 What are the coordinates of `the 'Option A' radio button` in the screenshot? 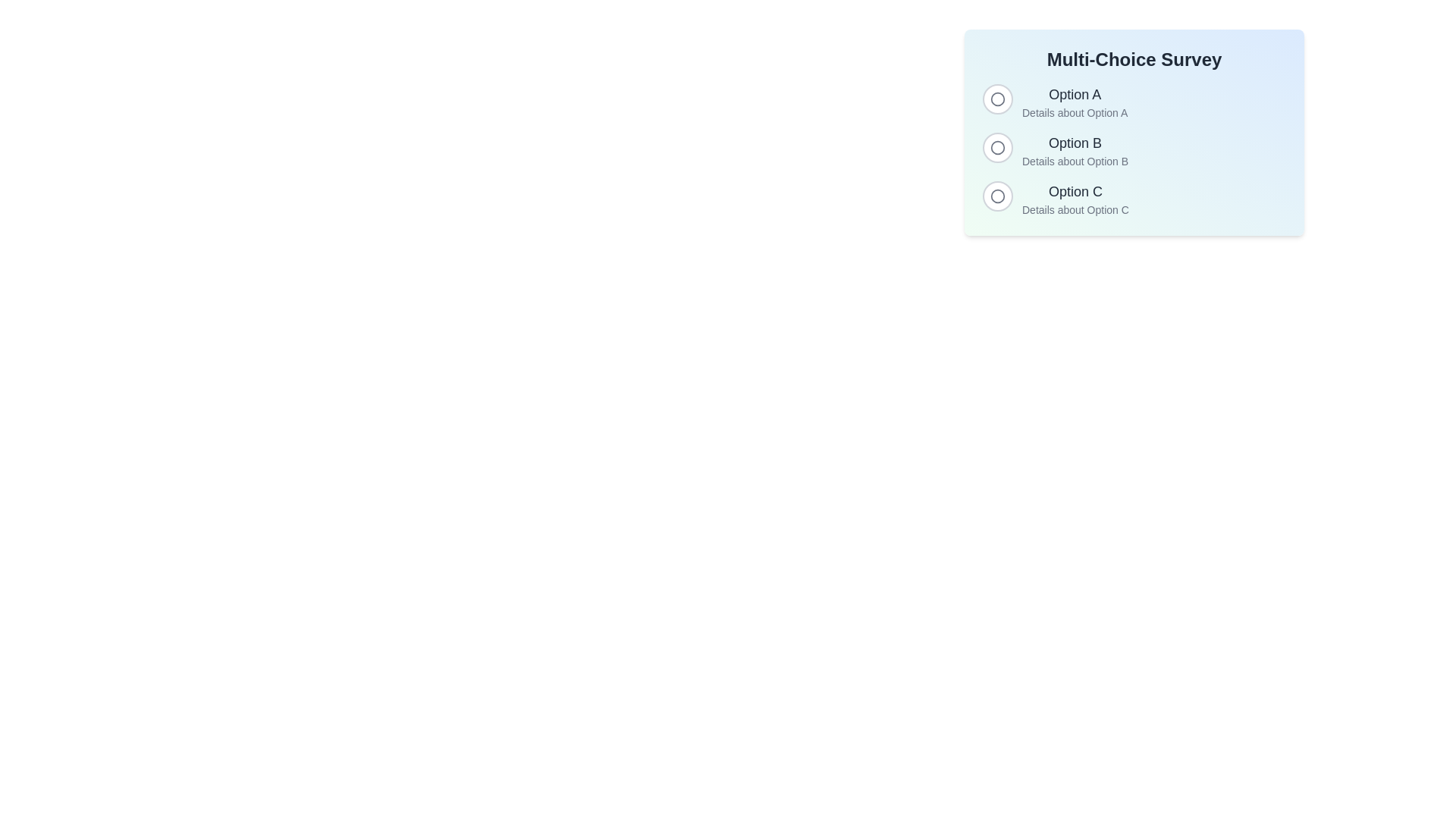 It's located at (997, 99).